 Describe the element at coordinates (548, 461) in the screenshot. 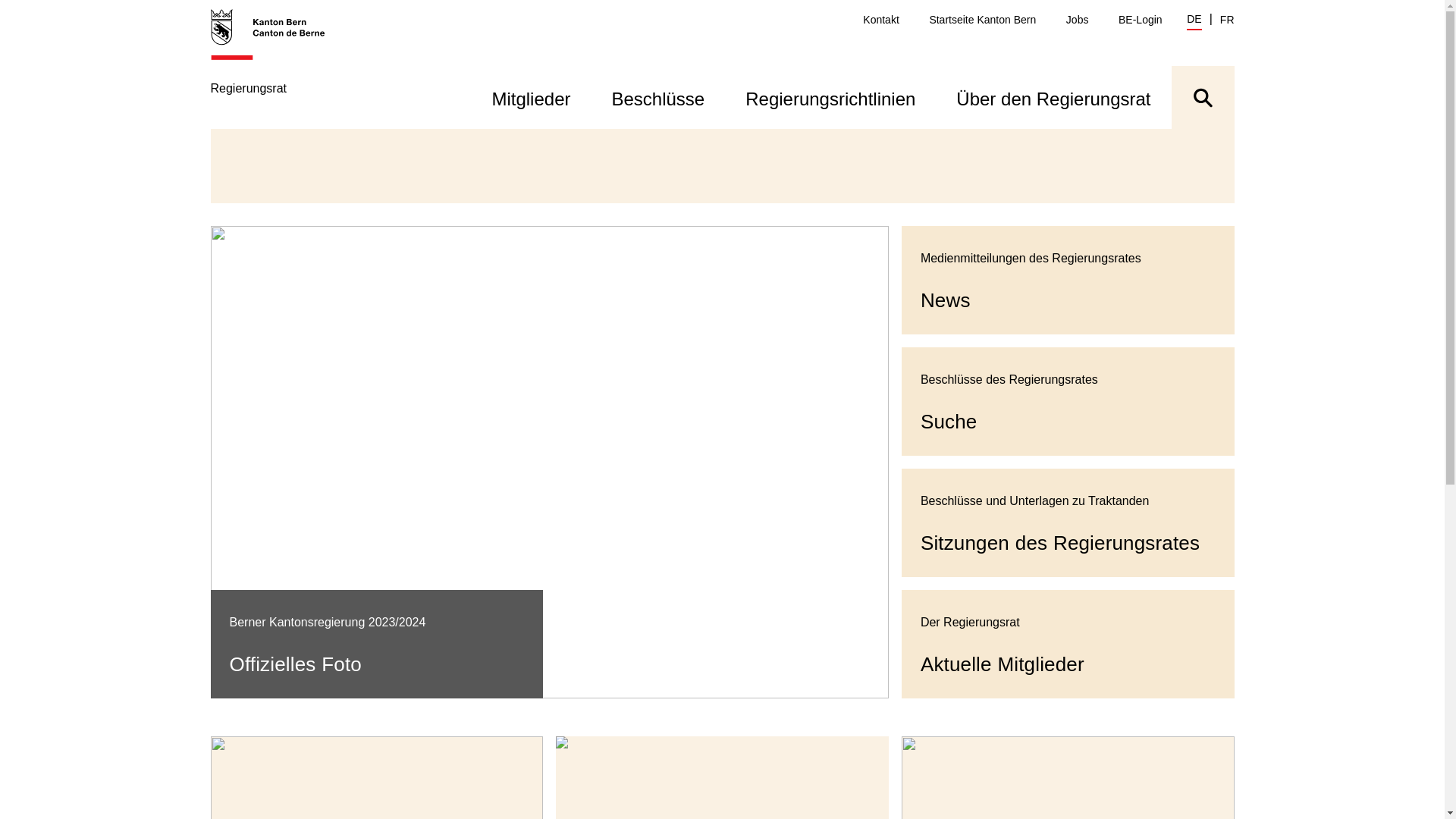

I see `'Offizielles Foto` at that location.